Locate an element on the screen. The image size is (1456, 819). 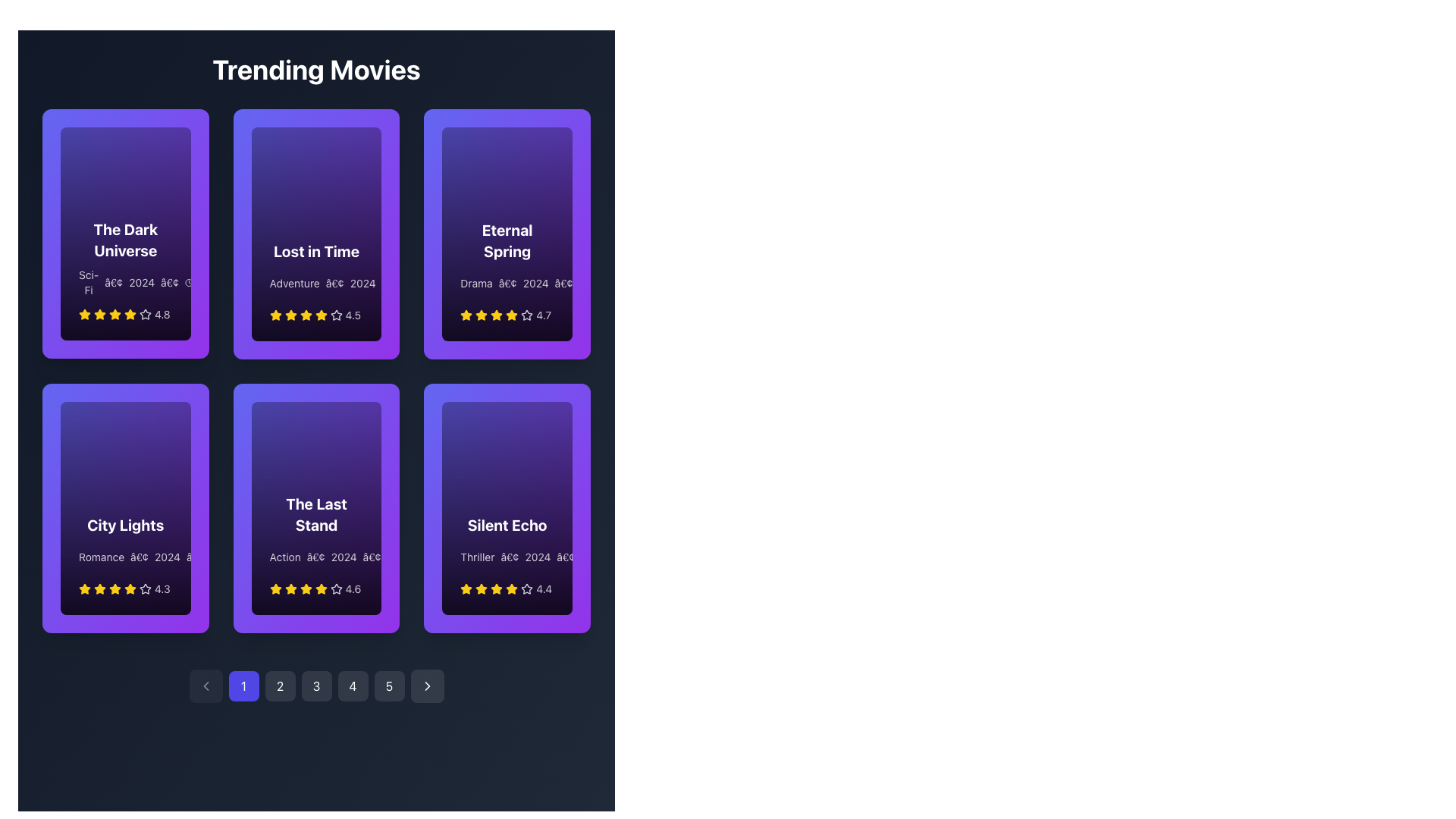
numeric rating value ('4.8') displayed next to the five star icons in the rating system for the movie 'The Dark Universe', located at the bottom section of the card is located at coordinates (125, 314).